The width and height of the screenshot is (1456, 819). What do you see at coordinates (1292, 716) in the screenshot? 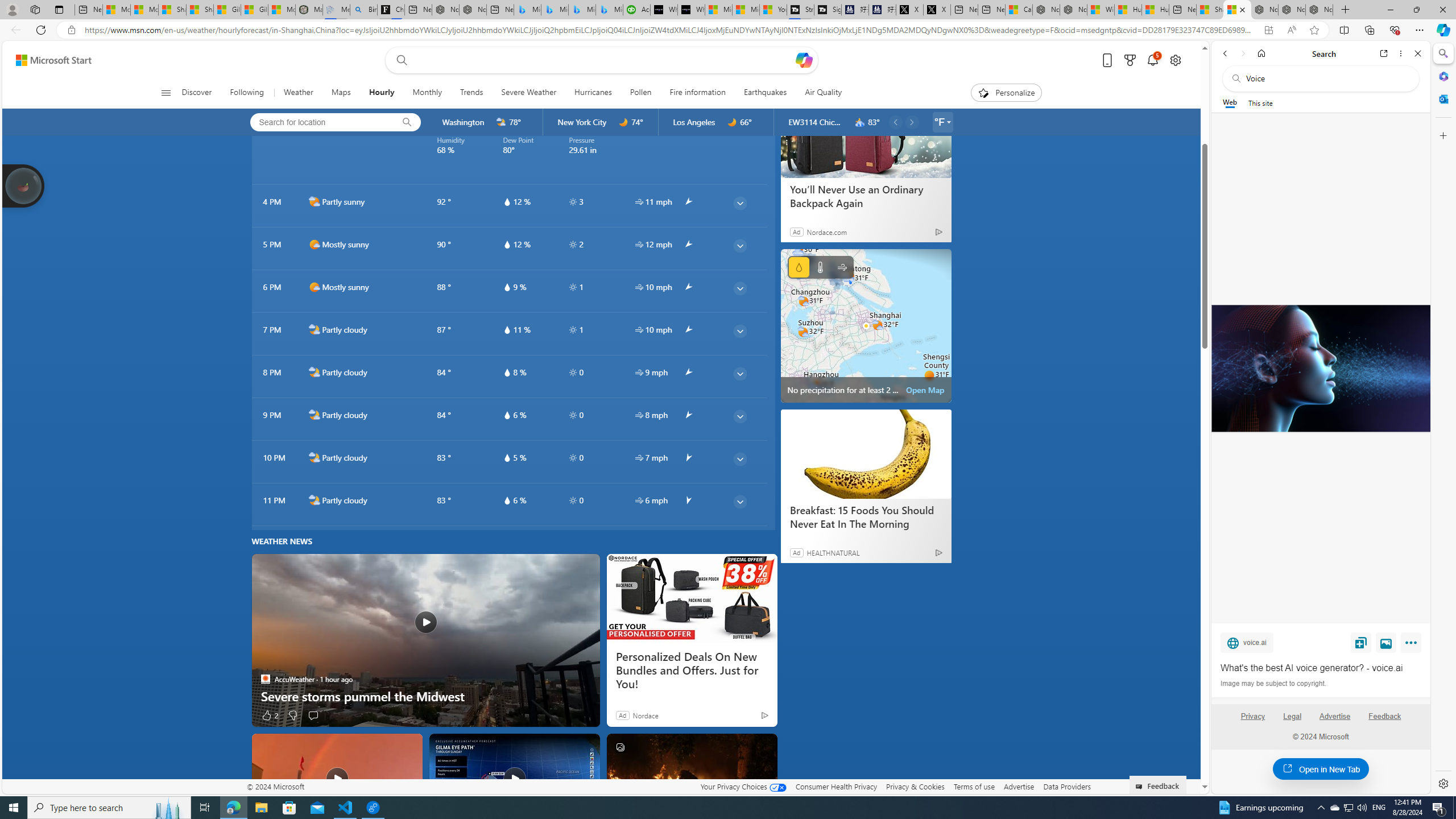
I see `'Legal'` at bounding box center [1292, 716].